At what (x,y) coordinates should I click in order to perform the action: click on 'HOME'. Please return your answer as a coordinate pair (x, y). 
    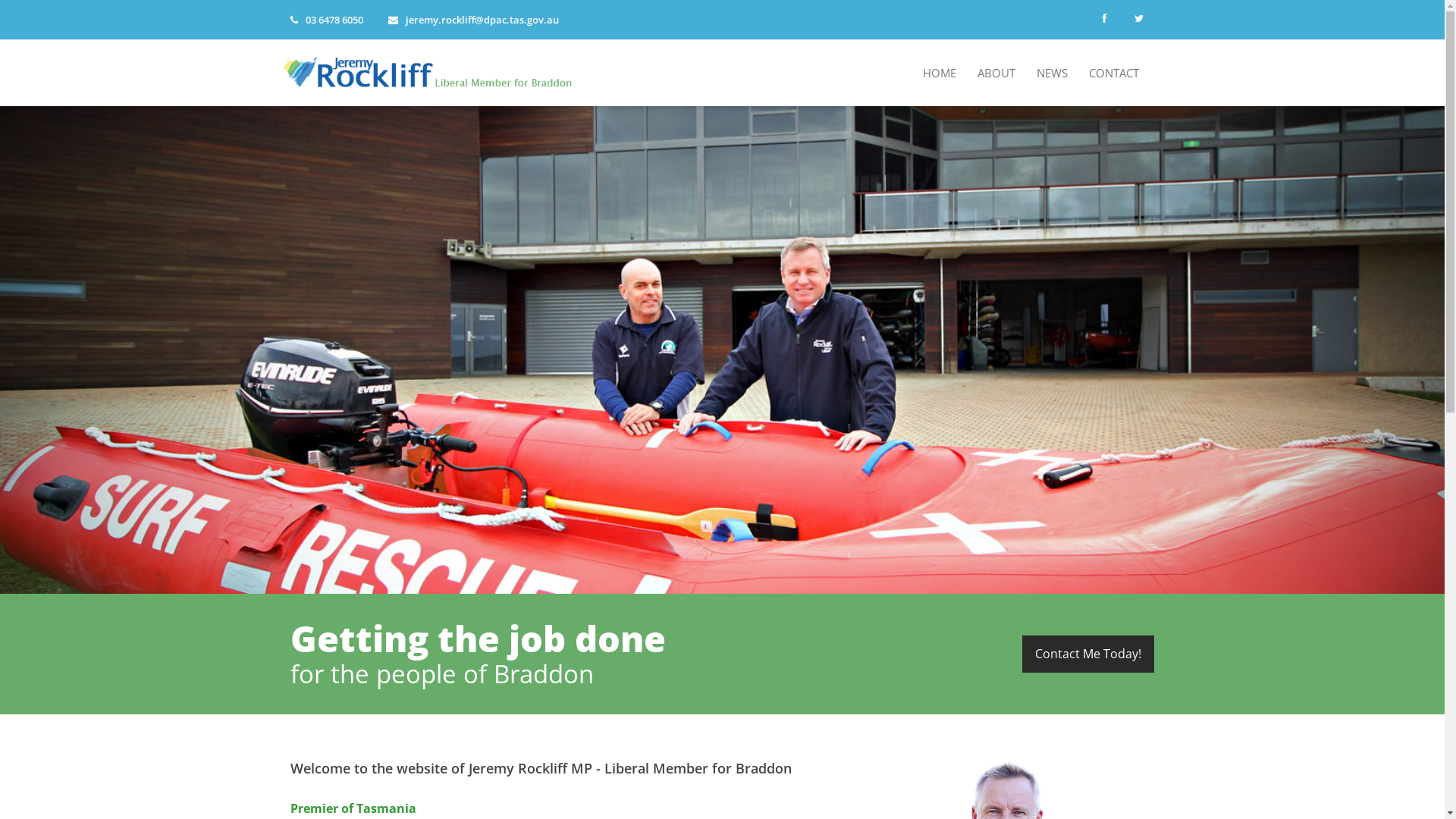
    Looking at the image, I should click on (914, 73).